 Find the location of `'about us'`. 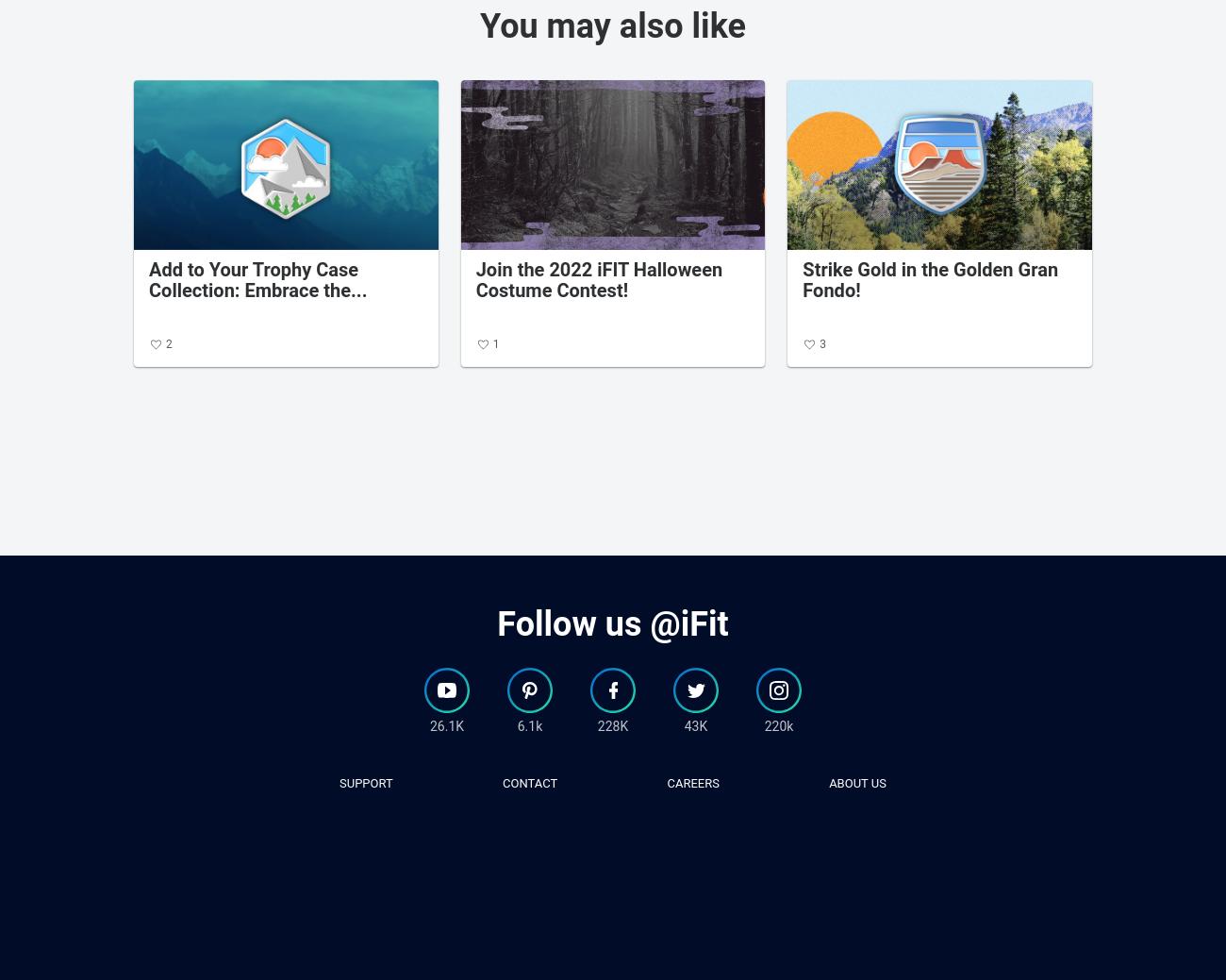

'about us' is located at coordinates (855, 781).